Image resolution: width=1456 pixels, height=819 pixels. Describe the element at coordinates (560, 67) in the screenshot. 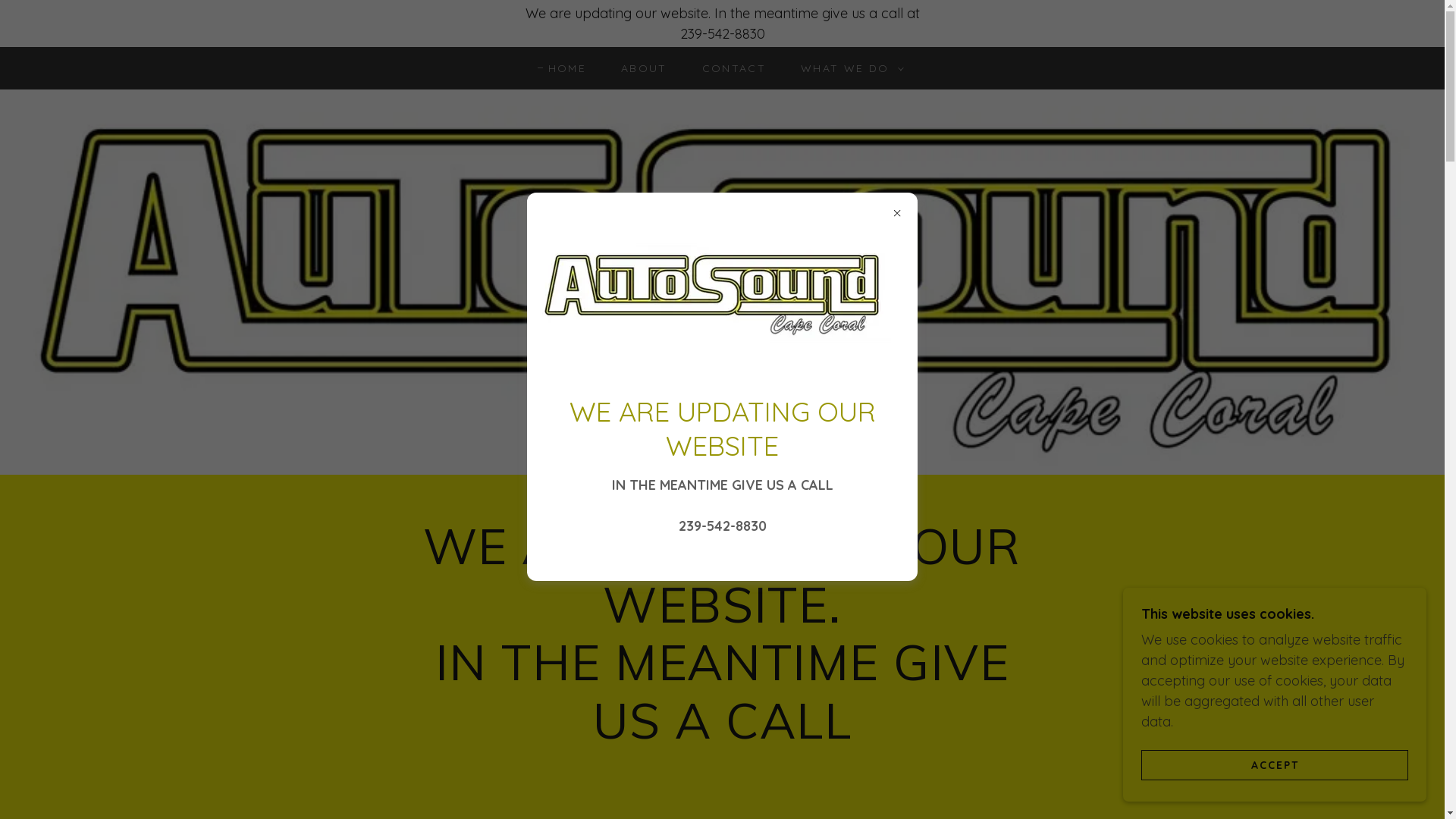

I see `'HOME'` at that location.